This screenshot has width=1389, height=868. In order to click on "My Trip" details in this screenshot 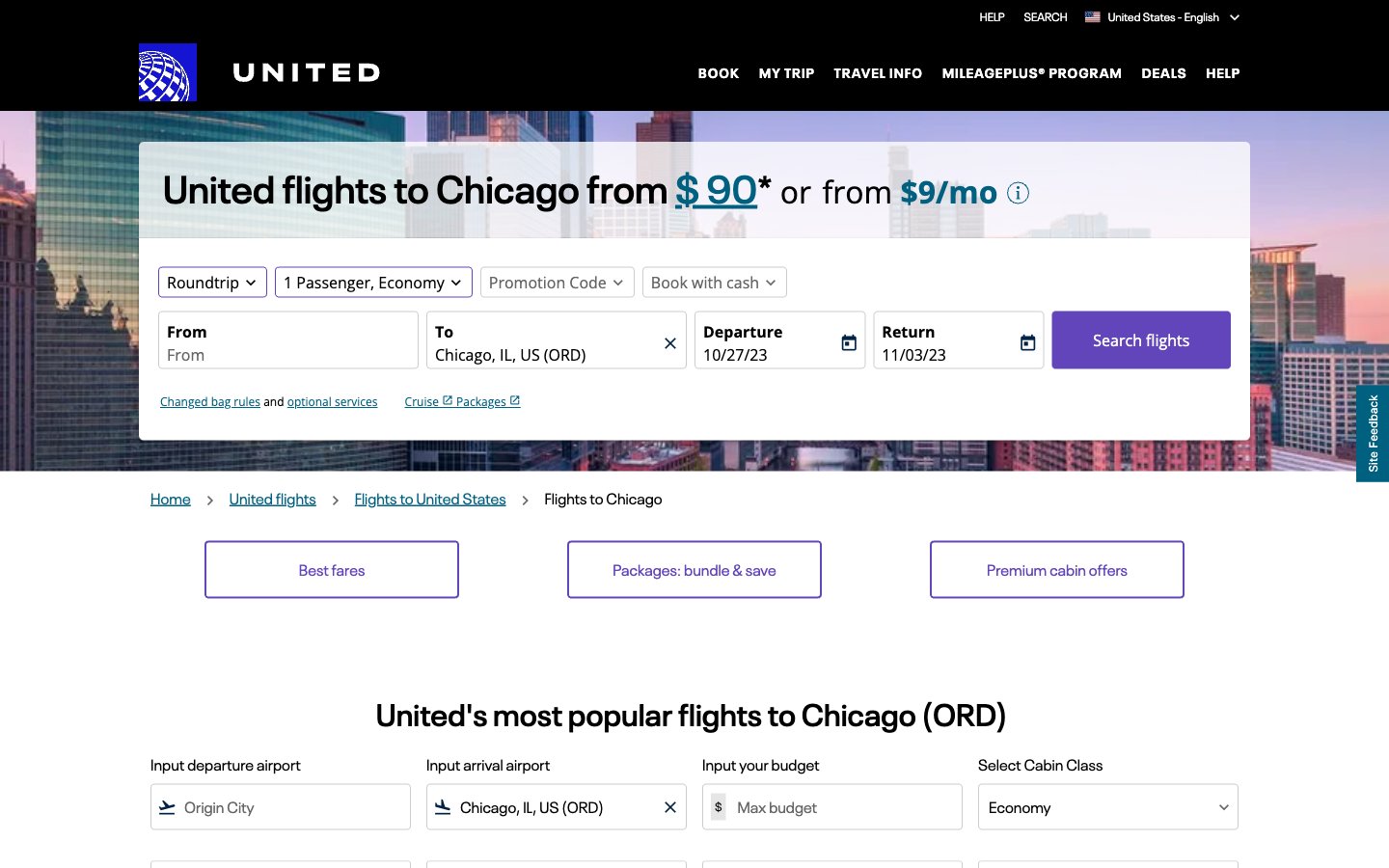, I will do `click(787, 70)`.